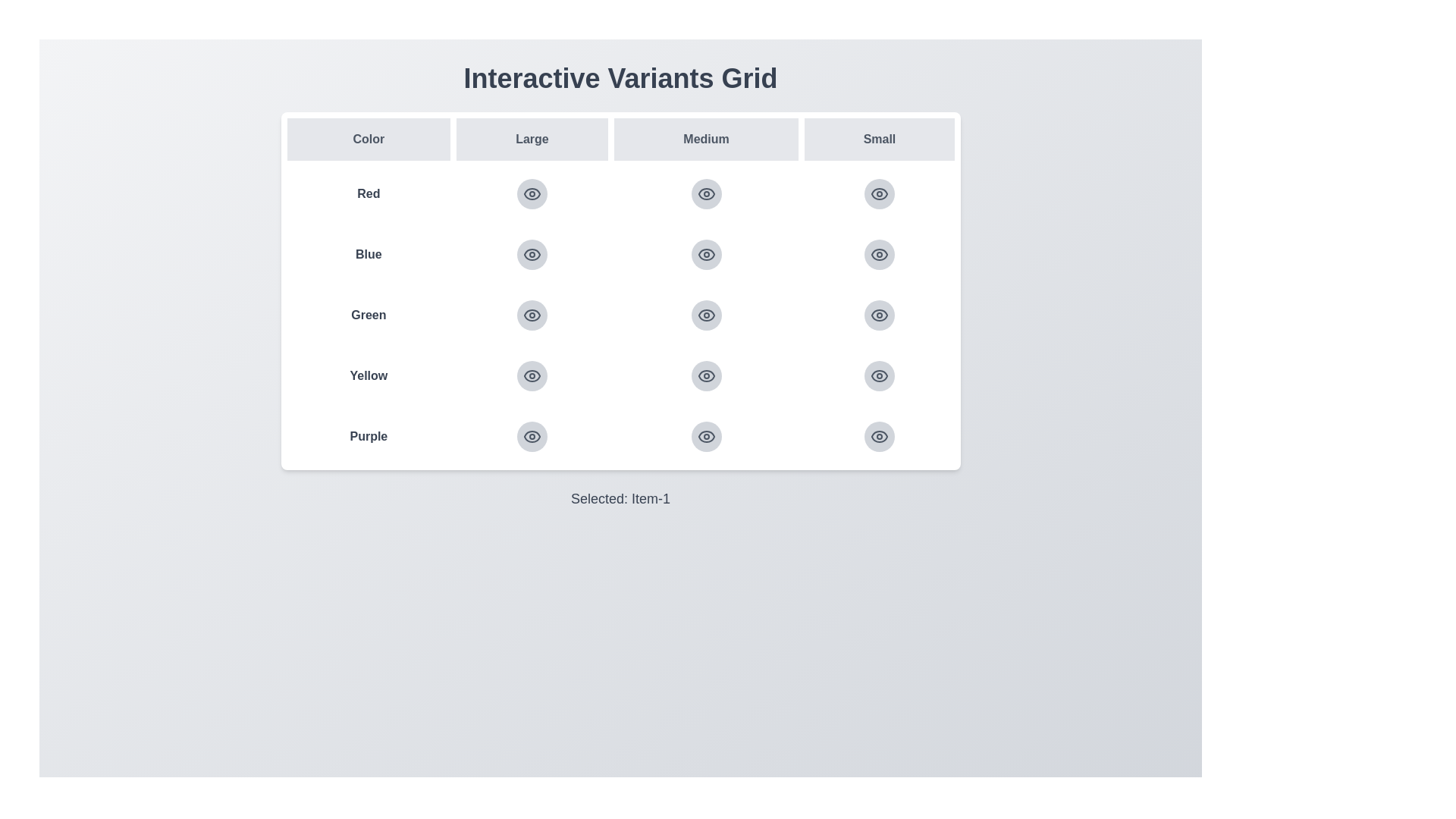 This screenshot has width=1456, height=819. Describe the element at coordinates (705, 375) in the screenshot. I see `the toggle/viewer button located in the 'Yellow' row under the 'Medium' column` at that location.